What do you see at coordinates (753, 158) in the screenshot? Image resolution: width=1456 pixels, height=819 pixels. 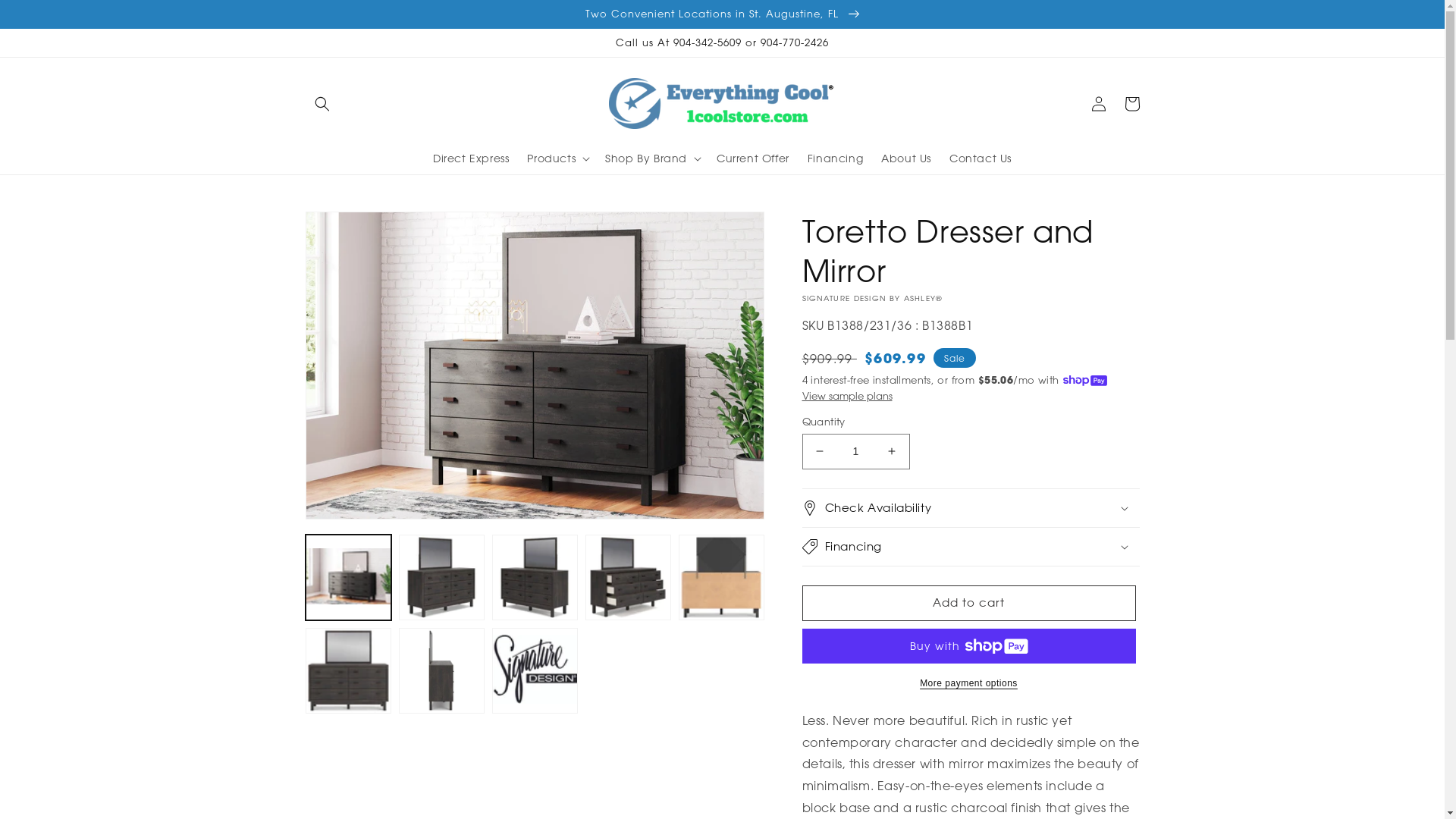 I see `'Current Offer'` at bounding box center [753, 158].